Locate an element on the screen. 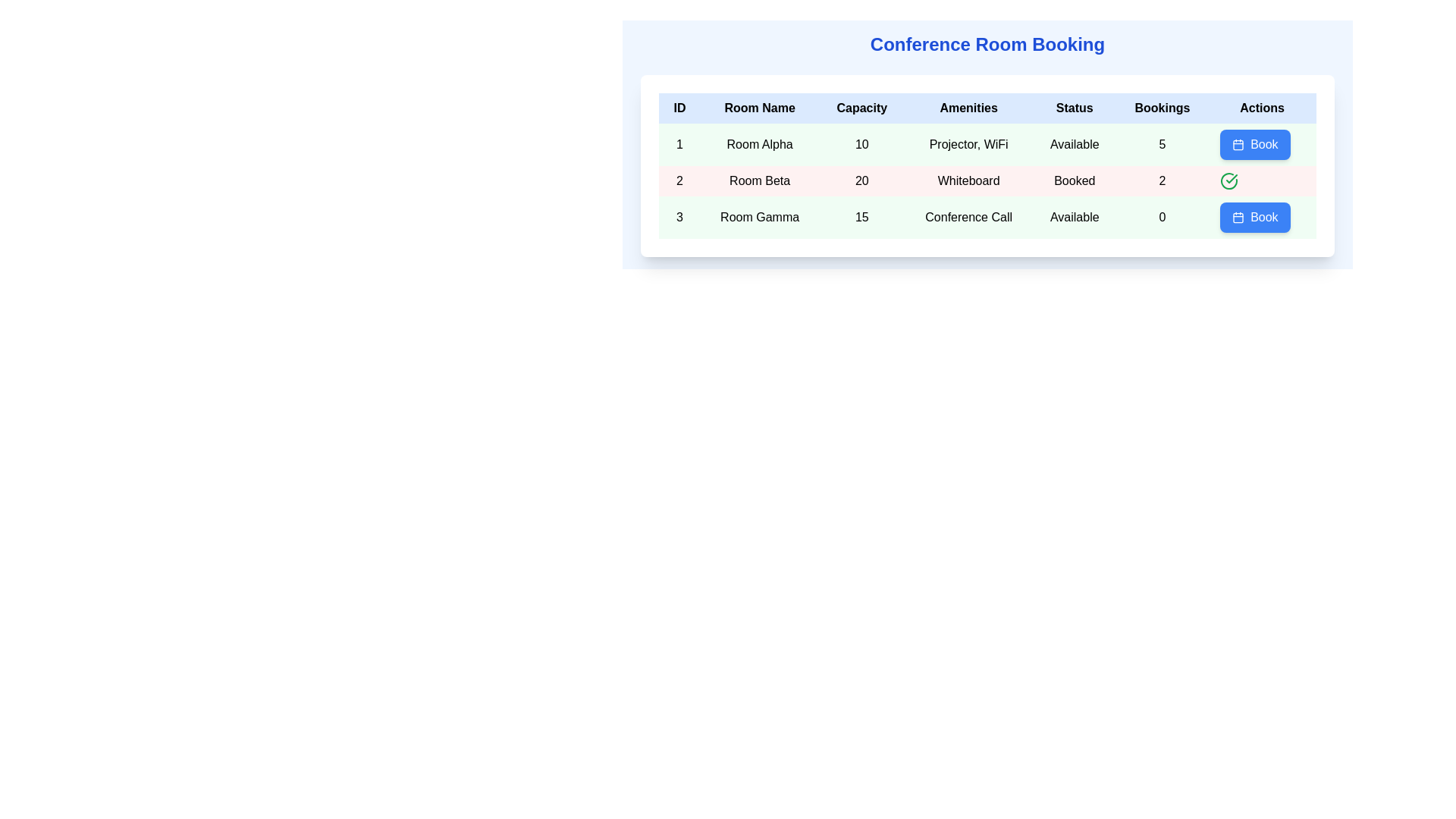 The image size is (1456, 819). the 'Room Name' header label, which is the second column in the header row of the table and is positioned between the 'ID' and 'Capacity' columns is located at coordinates (760, 107).